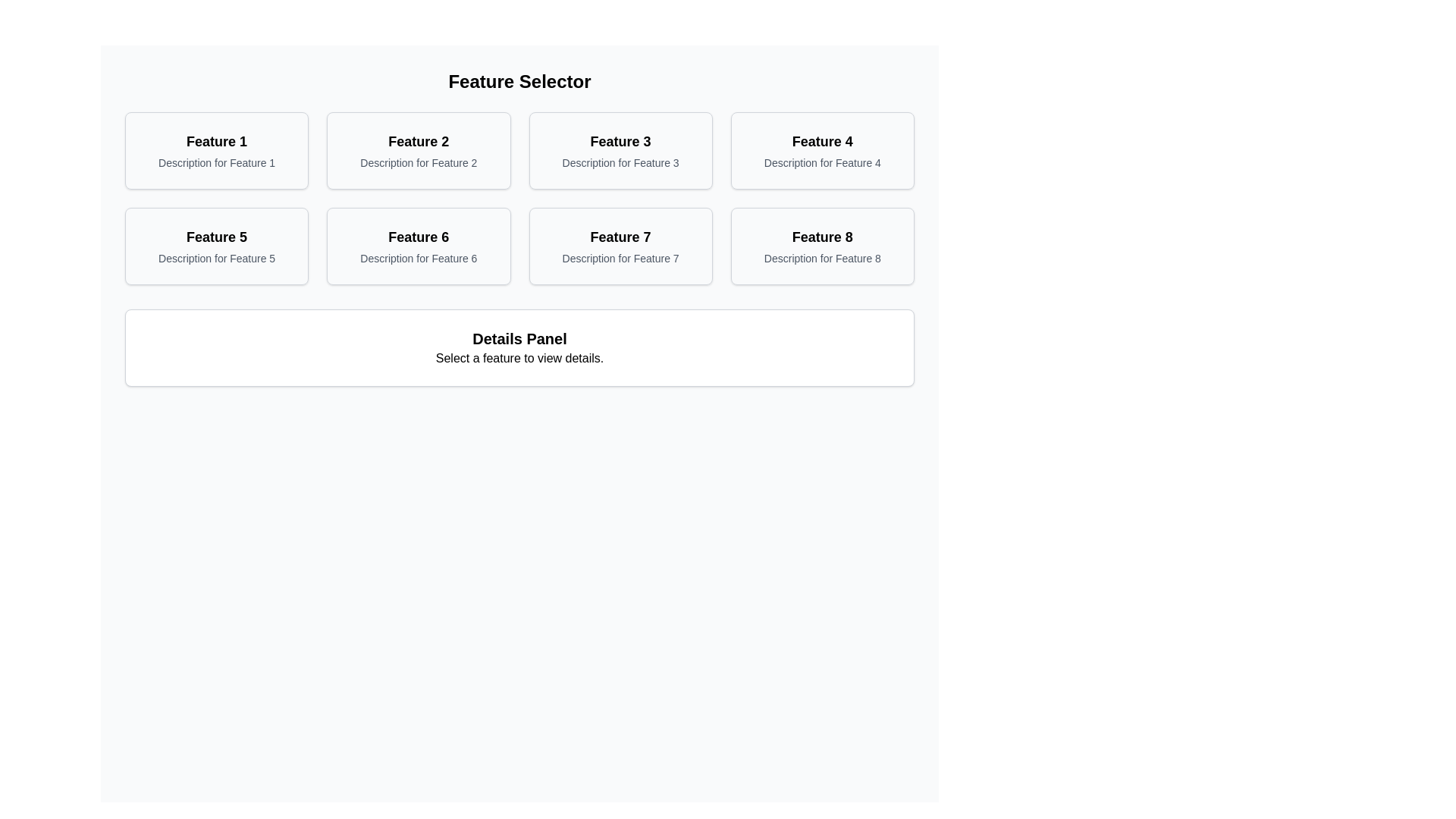 Image resolution: width=1456 pixels, height=819 pixels. What do you see at coordinates (620, 163) in the screenshot?
I see `the text label displaying 'Description for Feature 3' in a small gray font, which is positioned below the title 'Feature 3' within the rightmost card of the top row` at bounding box center [620, 163].